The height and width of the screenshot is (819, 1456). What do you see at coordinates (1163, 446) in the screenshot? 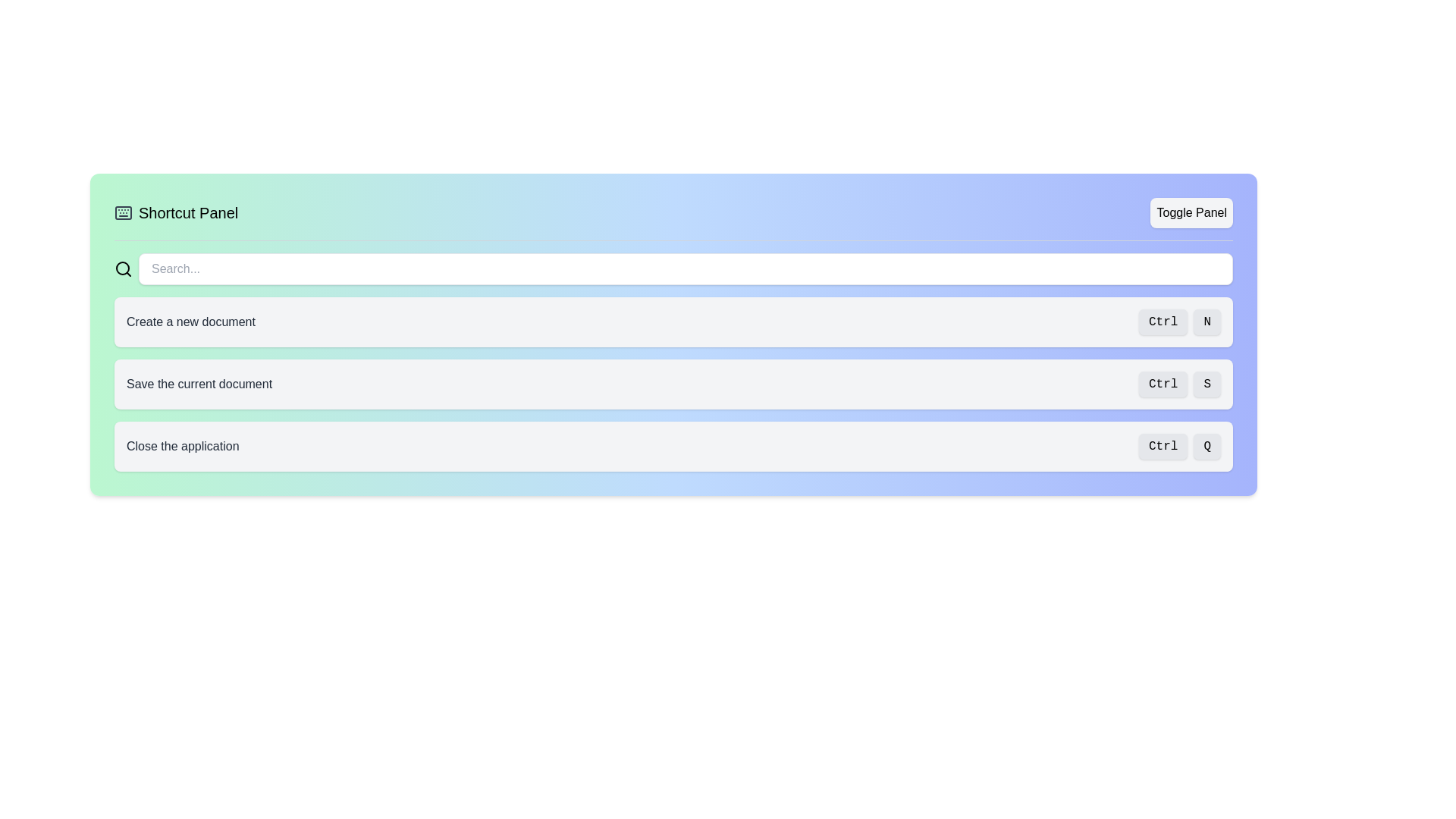
I see `the non-interactive button labeled 'Ctrl', which has a light gray background and is positioned next to the 'Q' button in the last row of shortcut descriptions` at bounding box center [1163, 446].